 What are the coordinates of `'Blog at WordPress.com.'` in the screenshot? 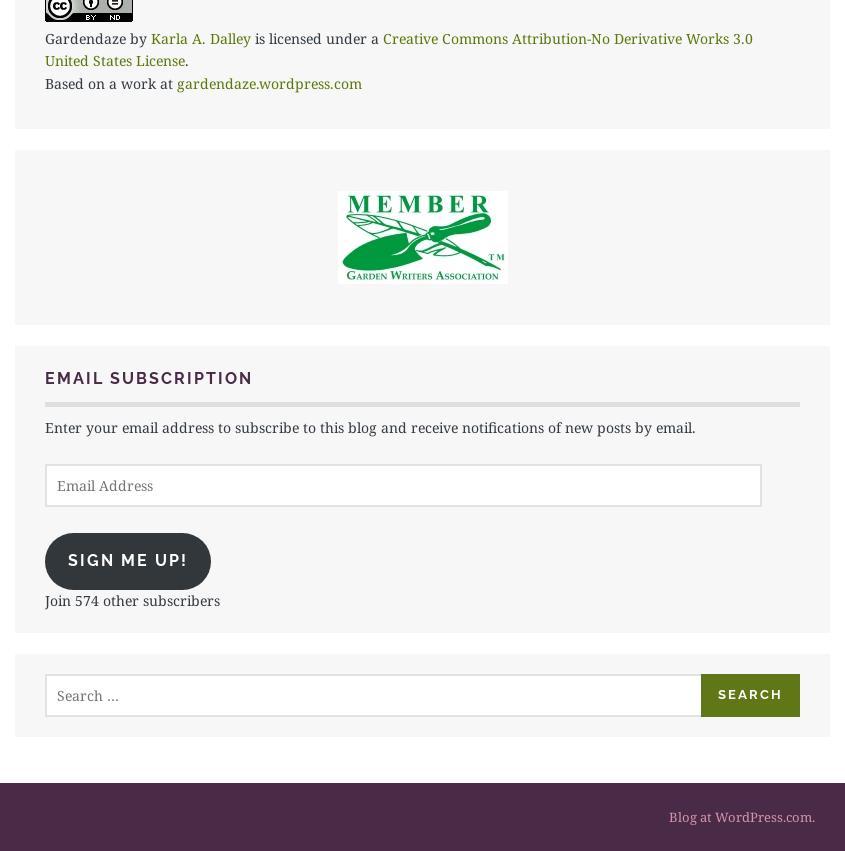 It's located at (740, 816).